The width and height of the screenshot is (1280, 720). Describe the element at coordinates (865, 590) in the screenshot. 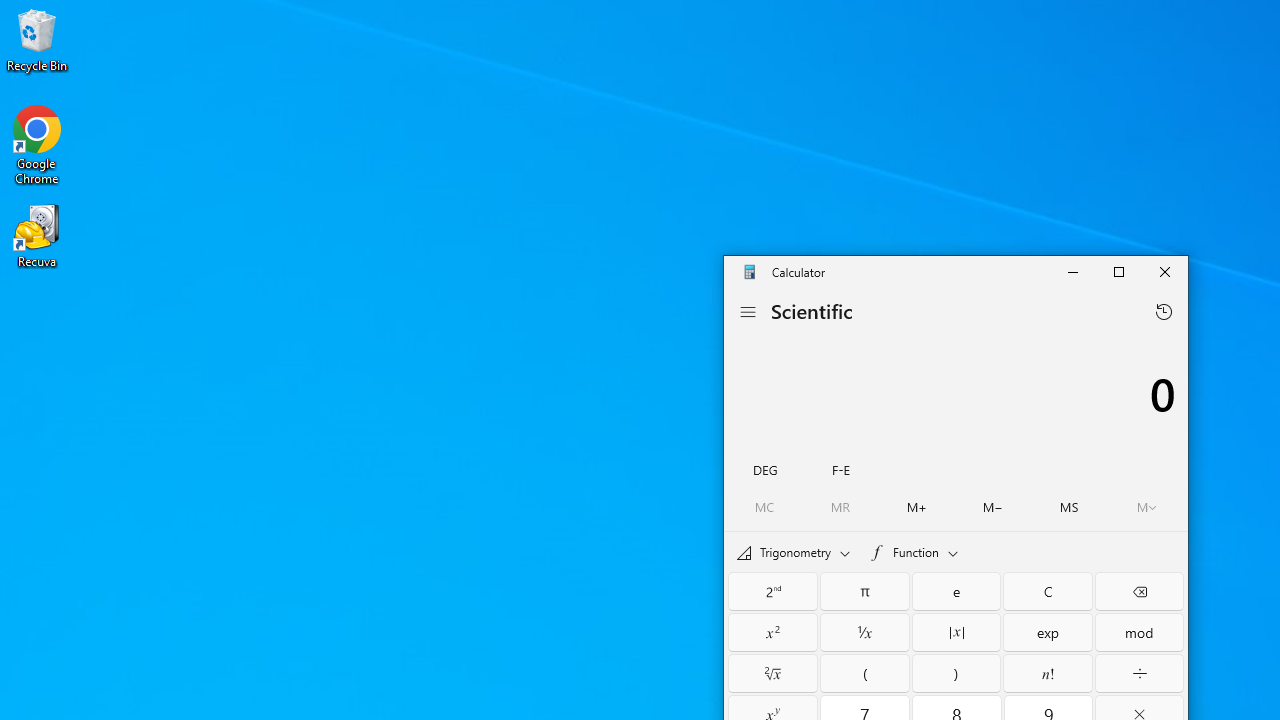

I see `'Pi'` at that location.